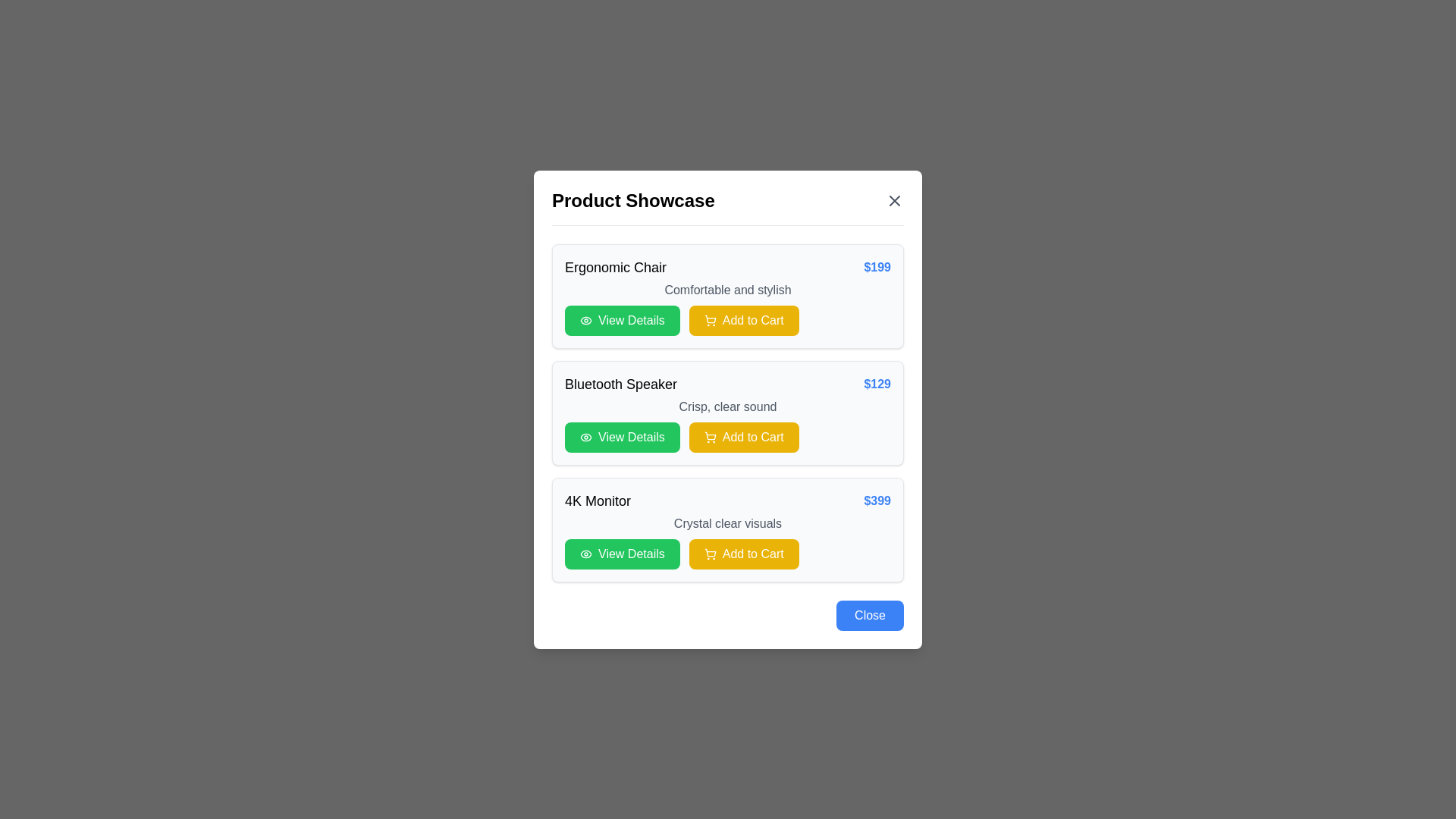  I want to click on the small eye icon styled with green and white colors, located to the left of the 'View Details' text button within the green rectangular background of the 4K Monitor product card, so click(585, 554).